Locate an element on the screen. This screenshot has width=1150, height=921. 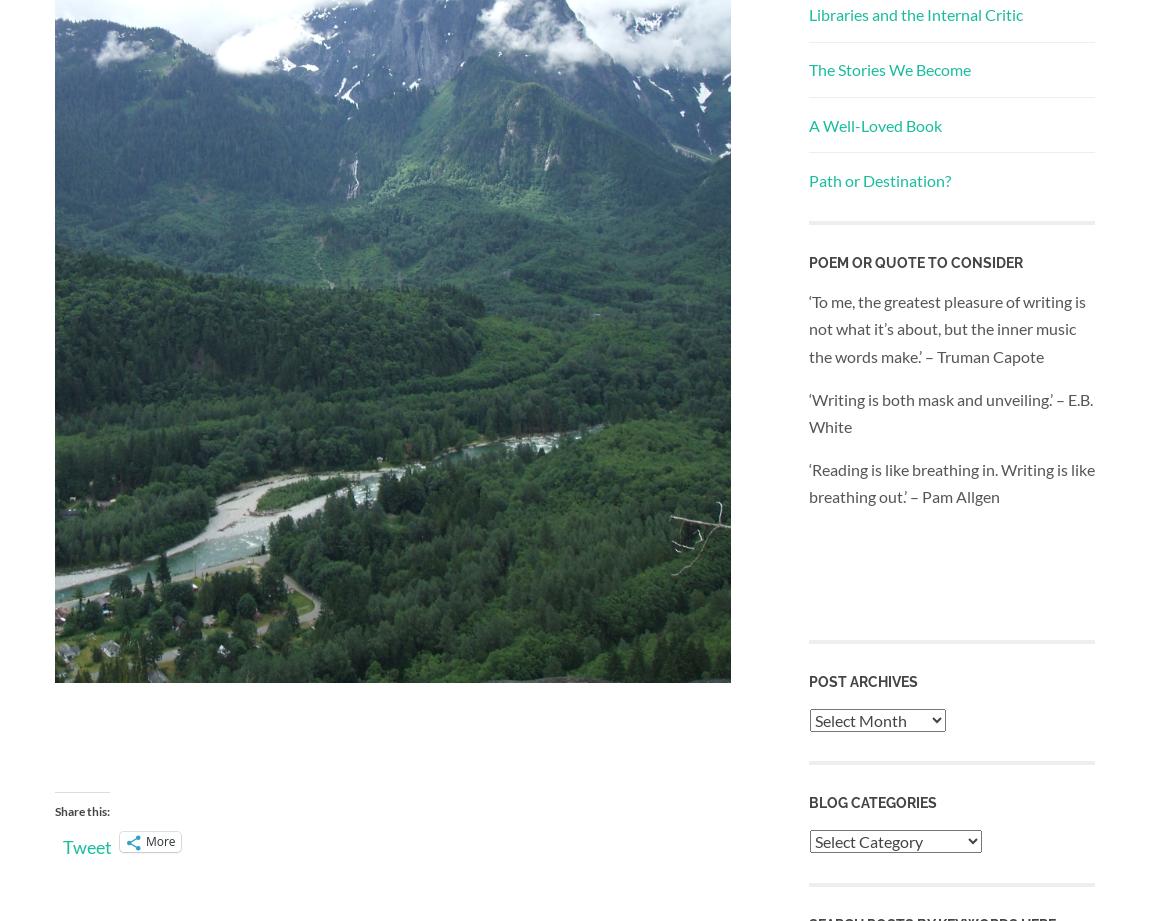
'More' is located at coordinates (159, 840).